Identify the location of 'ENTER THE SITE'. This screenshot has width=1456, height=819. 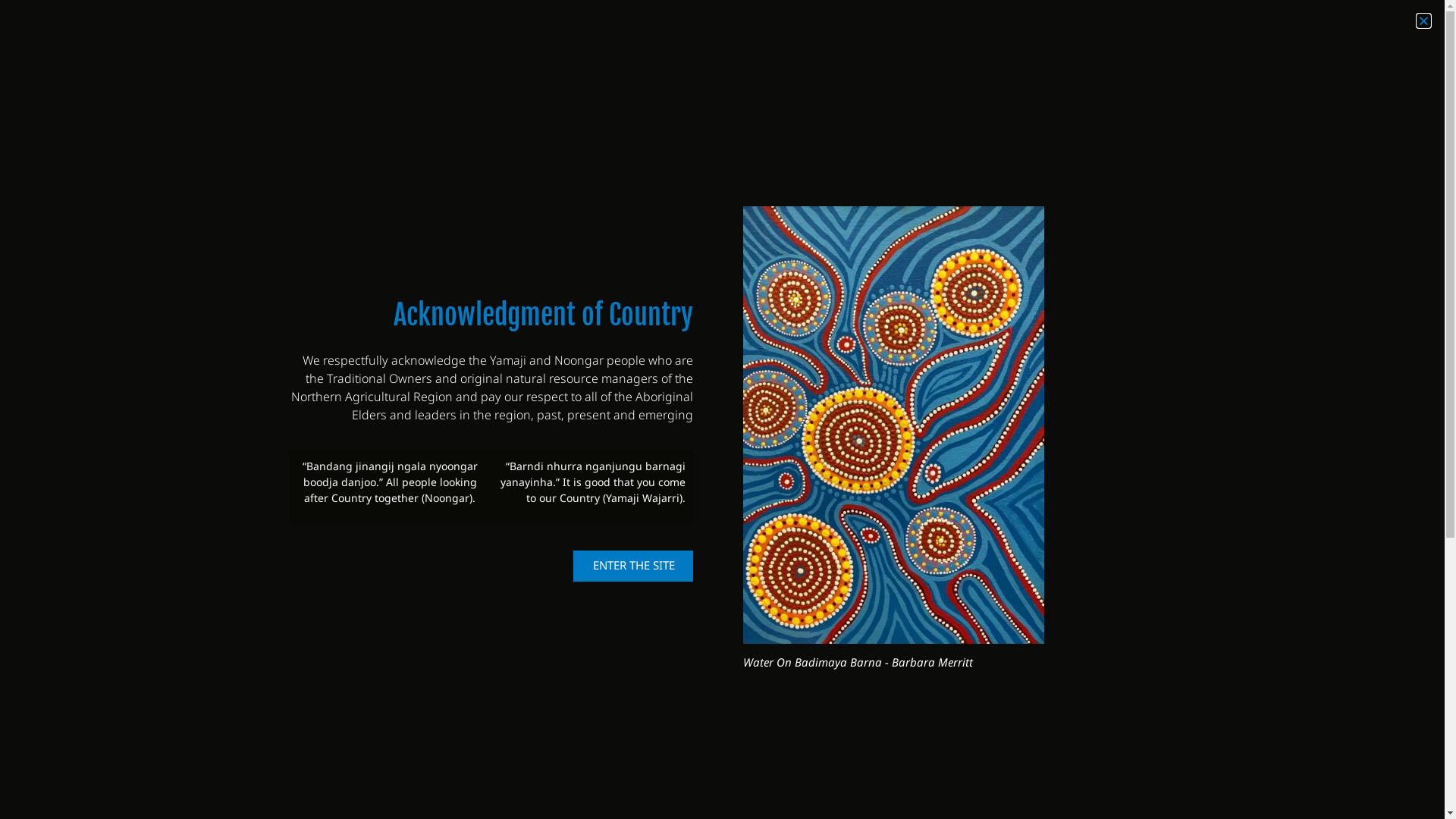
(633, 566).